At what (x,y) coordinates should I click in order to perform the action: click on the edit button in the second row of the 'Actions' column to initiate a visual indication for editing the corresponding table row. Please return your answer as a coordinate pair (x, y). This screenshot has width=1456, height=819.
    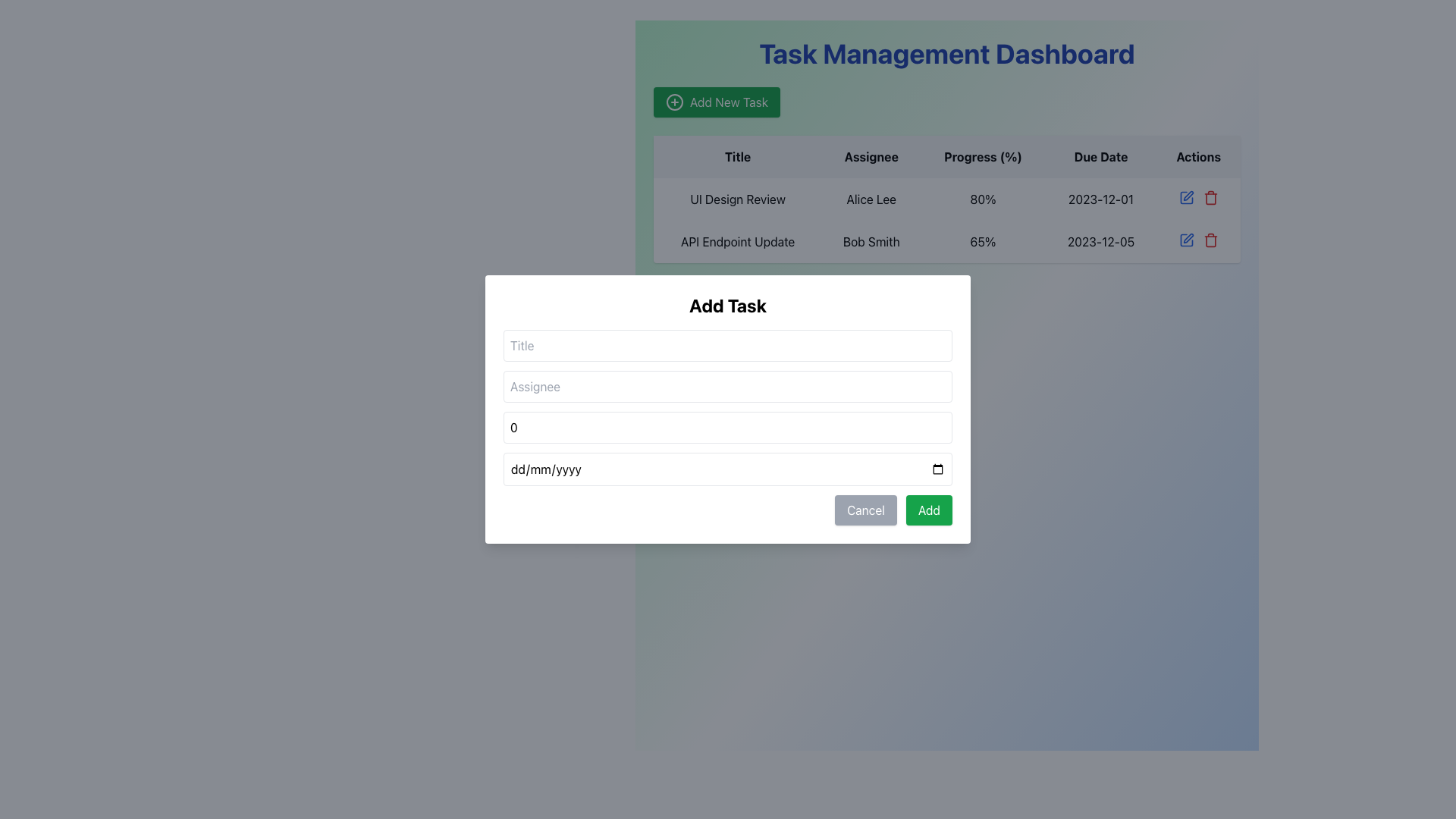
    Looking at the image, I should click on (1185, 239).